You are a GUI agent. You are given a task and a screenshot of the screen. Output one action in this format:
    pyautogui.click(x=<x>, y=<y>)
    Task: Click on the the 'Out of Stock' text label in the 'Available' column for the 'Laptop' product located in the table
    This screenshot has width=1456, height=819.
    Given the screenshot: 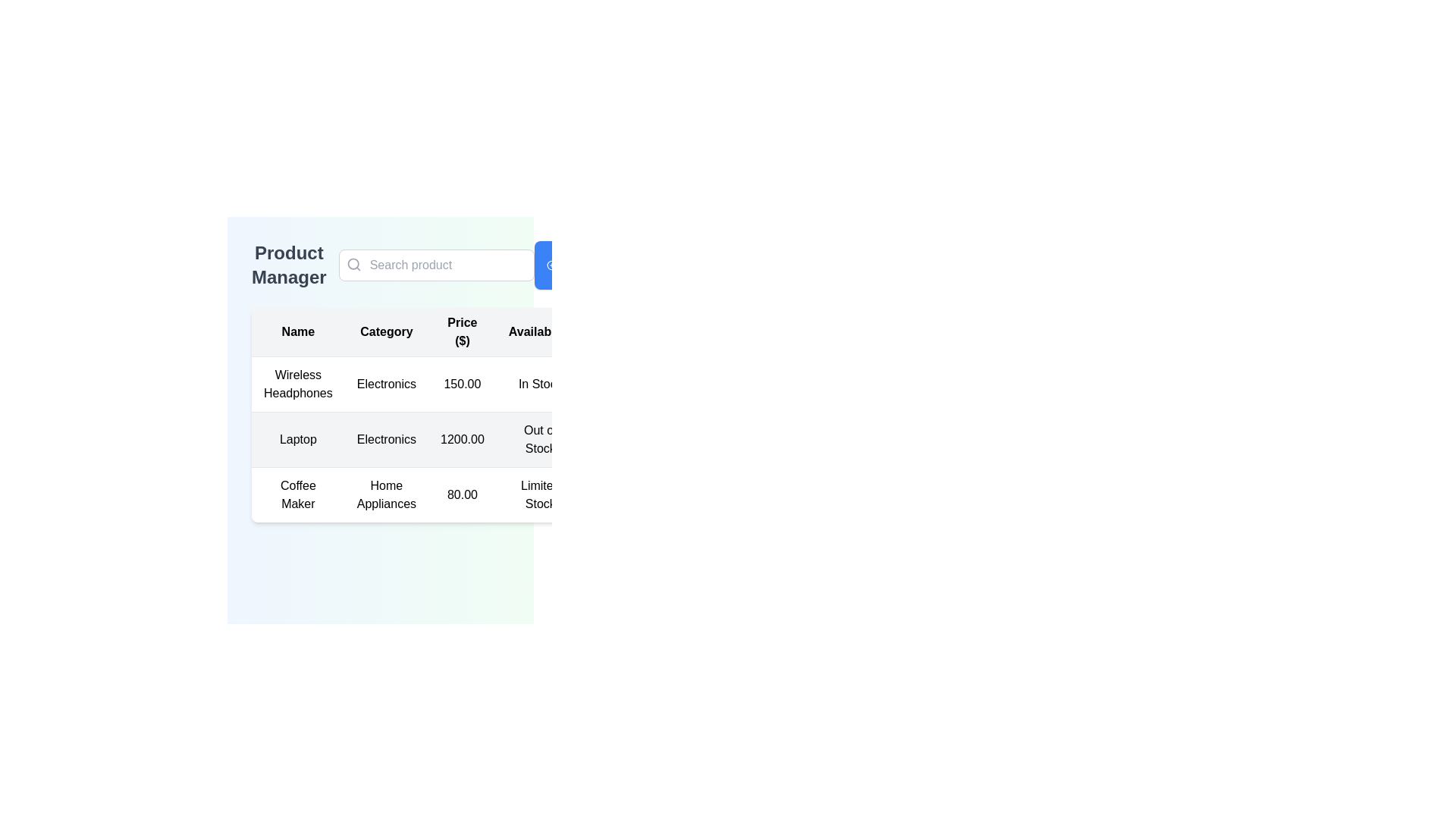 What is the action you would take?
    pyautogui.click(x=540, y=439)
    